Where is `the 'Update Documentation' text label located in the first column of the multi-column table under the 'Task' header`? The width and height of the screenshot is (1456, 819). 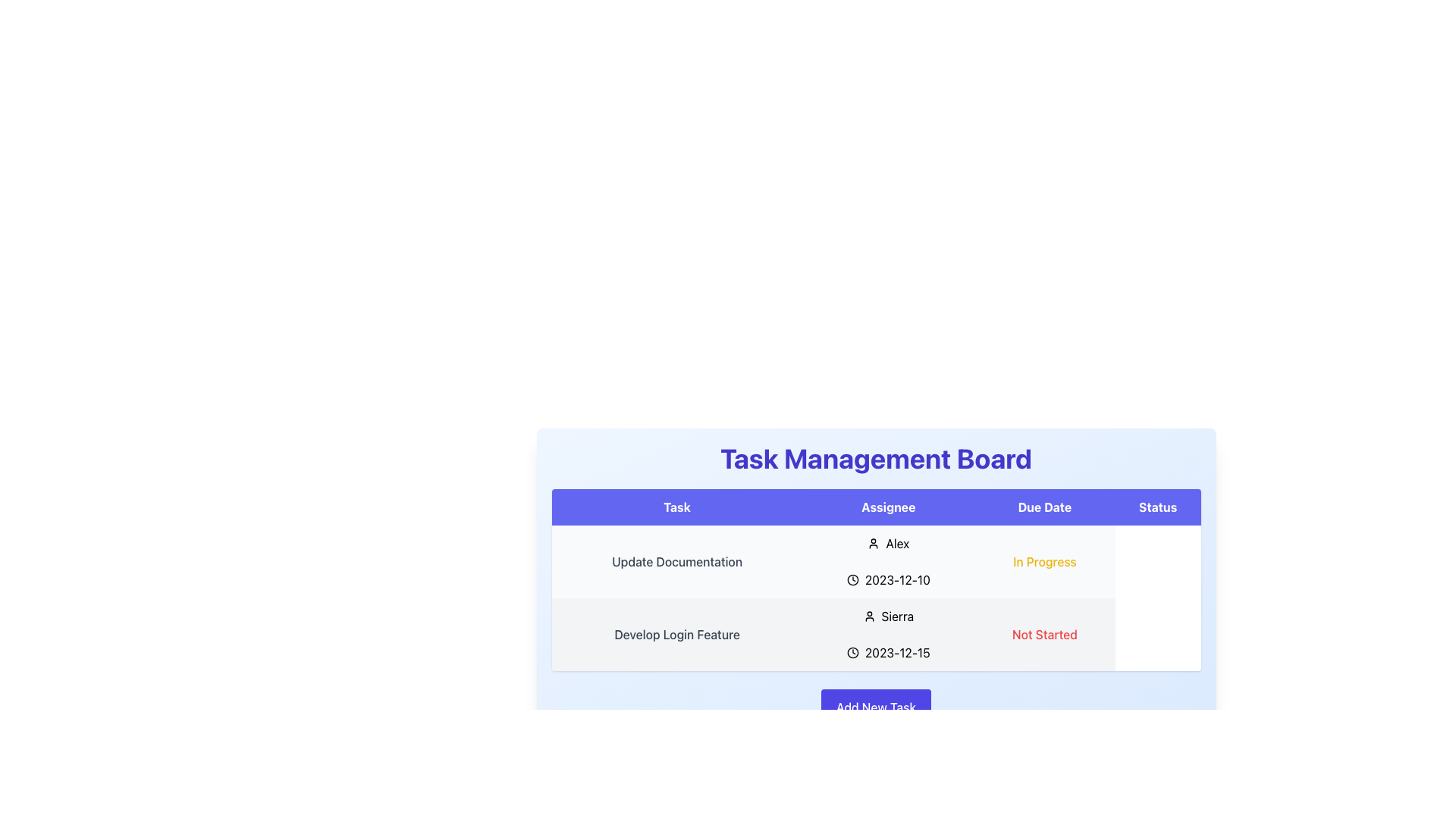
the 'Update Documentation' text label located in the first column of the multi-column table under the 'Task' header is located at coordinates (676, 561).